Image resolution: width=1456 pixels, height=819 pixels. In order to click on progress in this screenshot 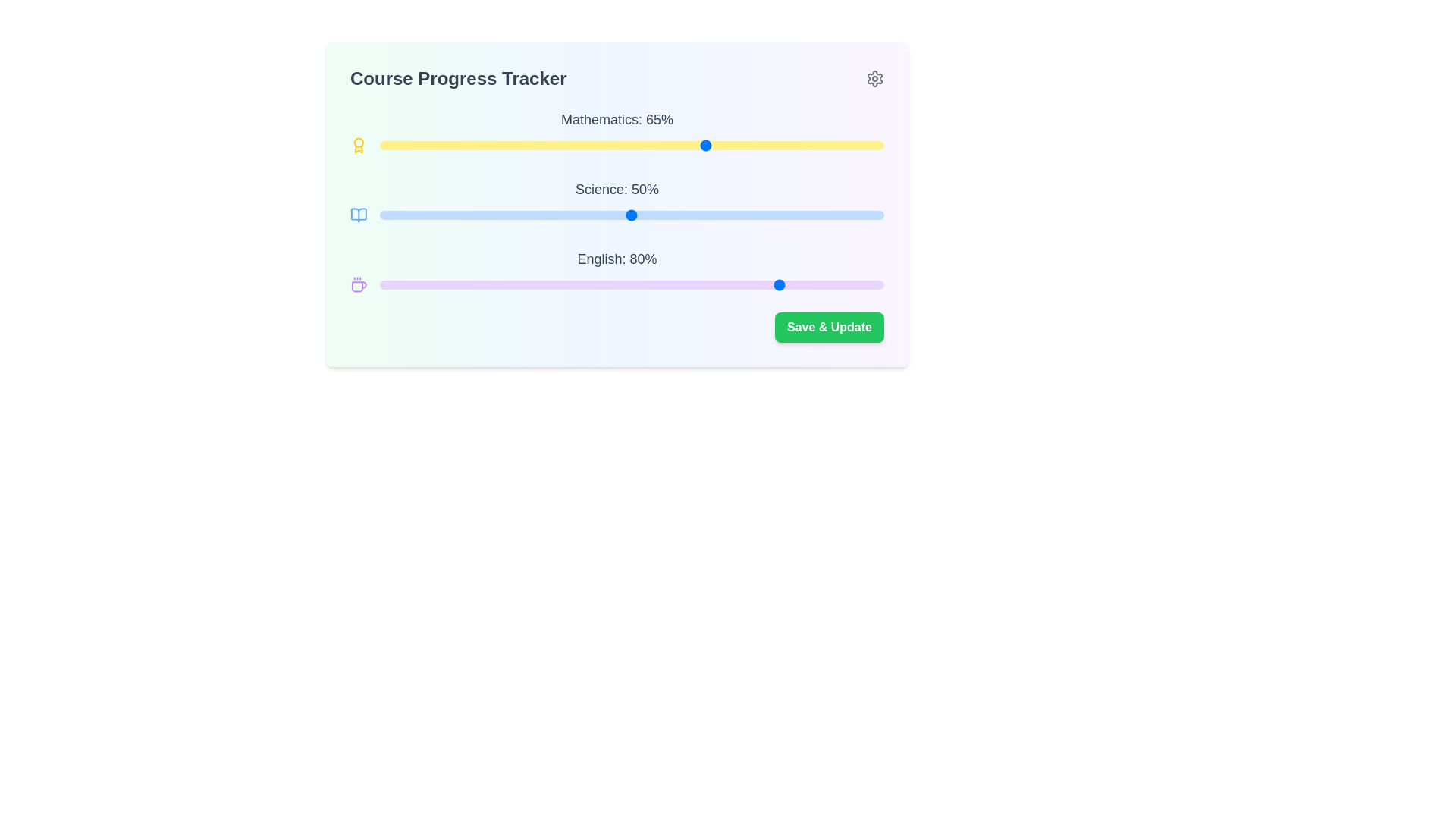, I will do `click(642, 215)`.